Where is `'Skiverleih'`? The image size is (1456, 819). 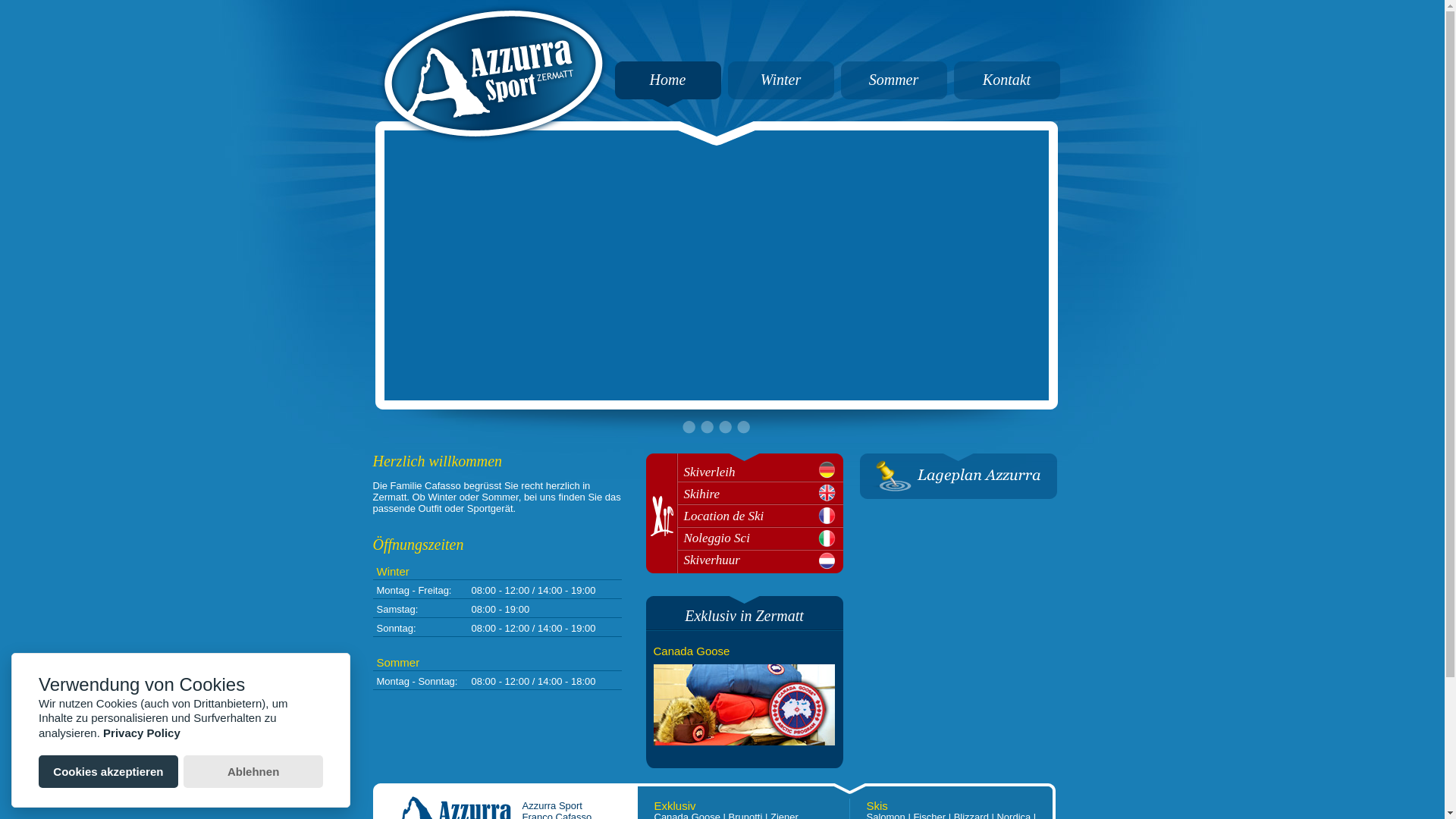 'Skiverleih' is located at coordinates (764, 471).